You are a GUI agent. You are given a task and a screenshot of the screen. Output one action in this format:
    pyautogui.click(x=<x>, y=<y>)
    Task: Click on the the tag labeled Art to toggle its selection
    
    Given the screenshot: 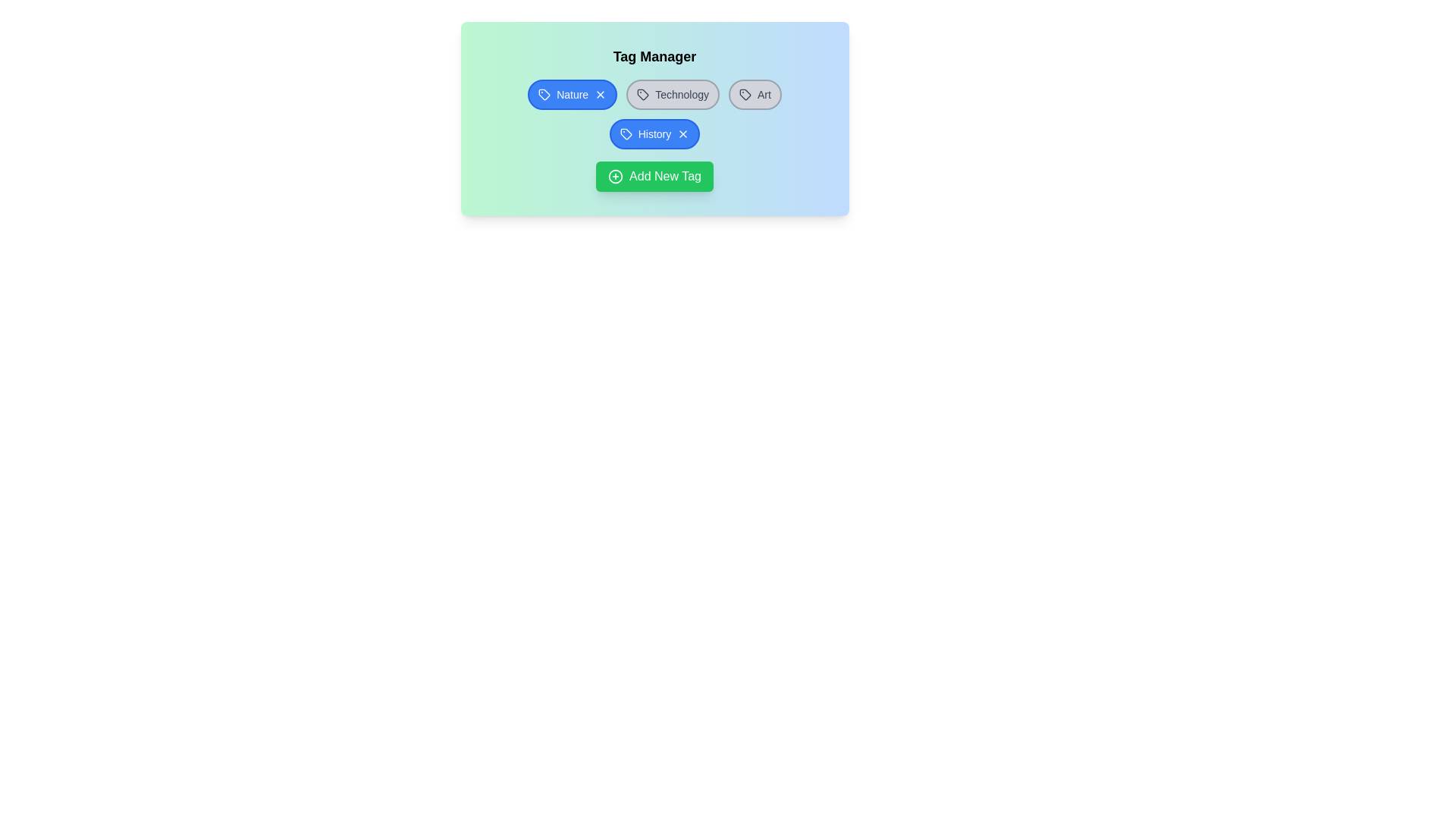 What is the action you would take?
    pyautogui.click(x=755, y=94)
    